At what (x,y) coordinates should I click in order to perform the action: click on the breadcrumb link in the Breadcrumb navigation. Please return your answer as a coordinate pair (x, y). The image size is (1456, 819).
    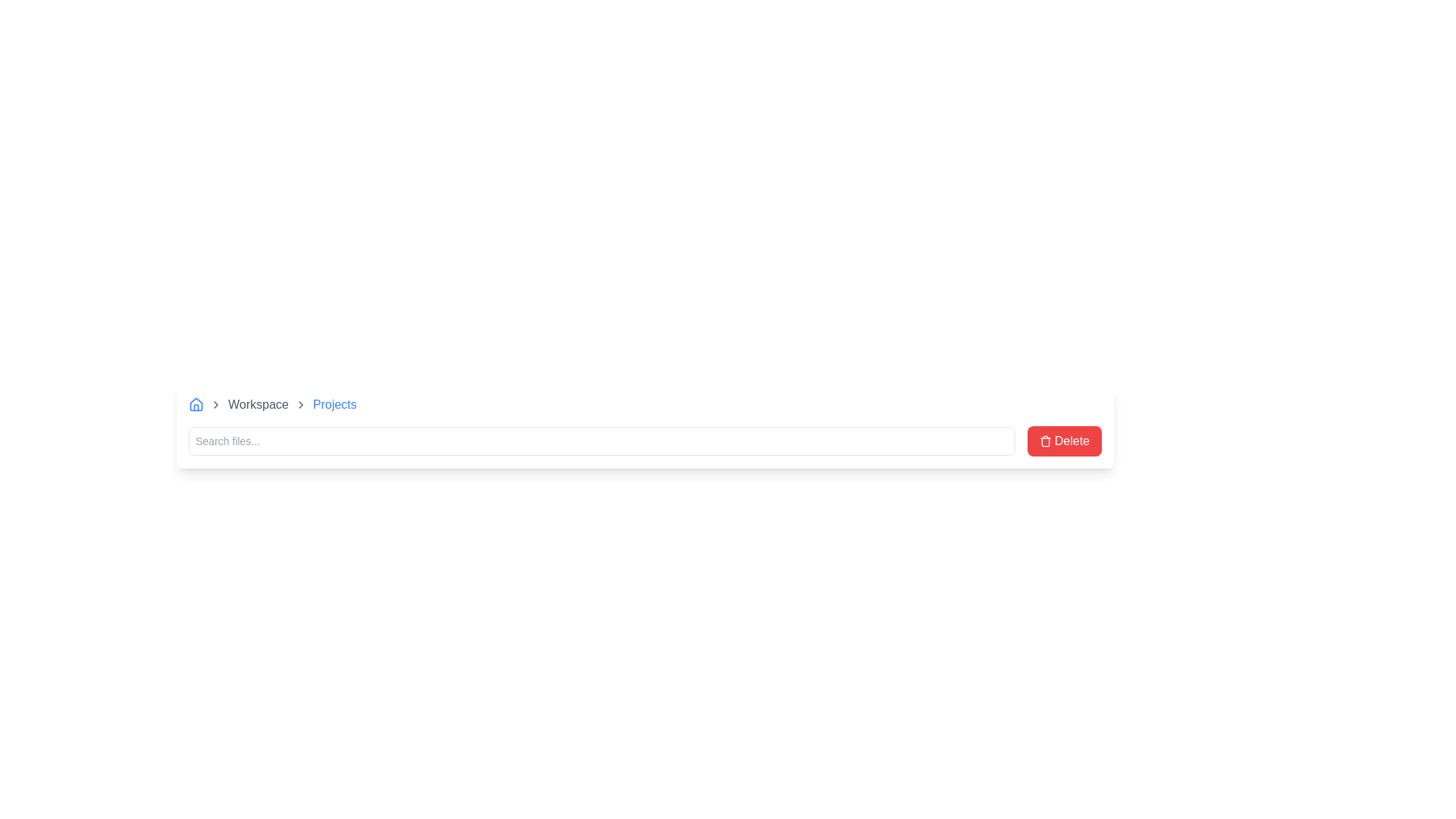
    Looking at the image, I should click on (645, 403).